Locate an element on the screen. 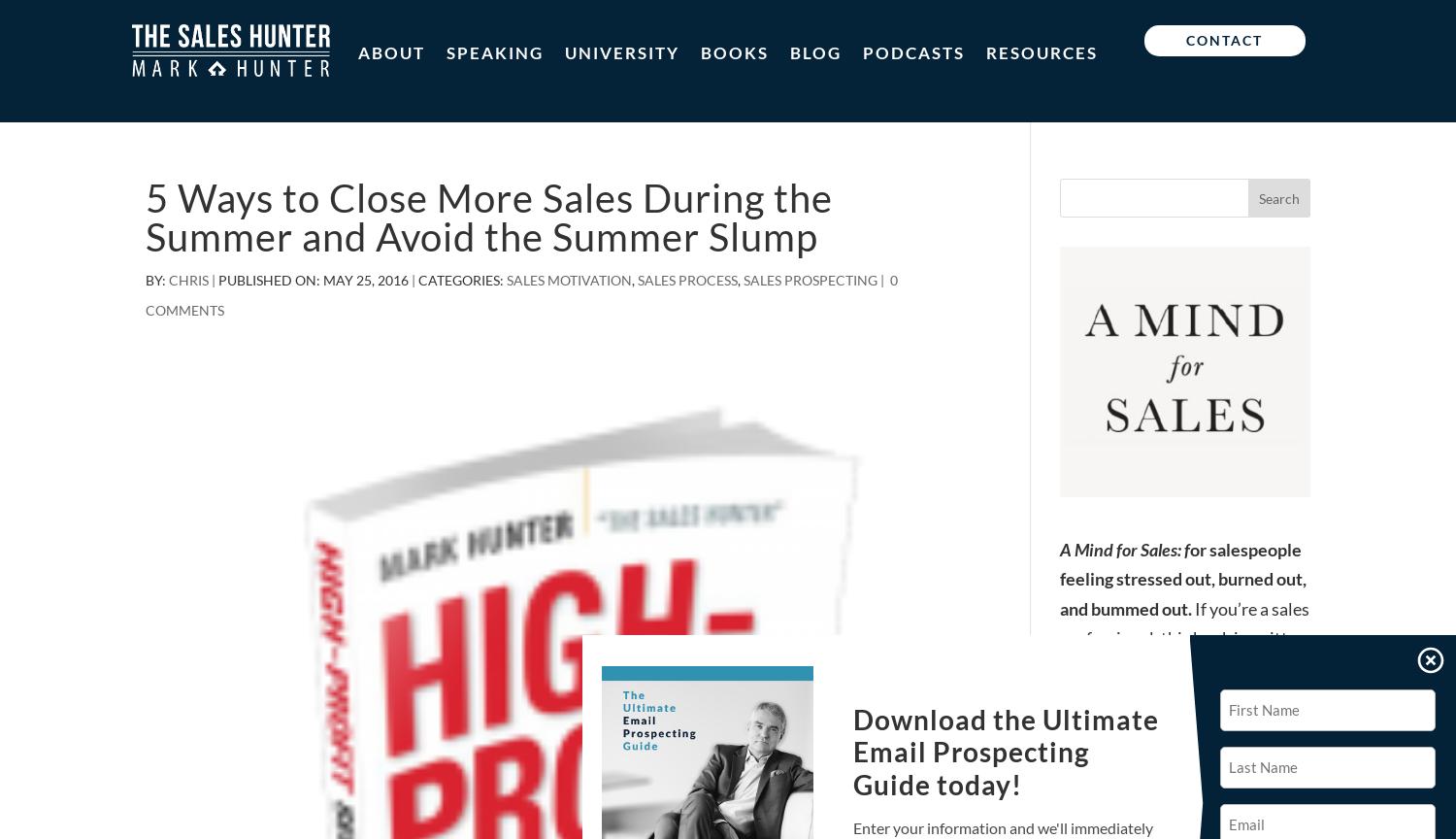 The height and width of the screenshot is (839, 1456). 'Books' is located at coordinates (735, 52).